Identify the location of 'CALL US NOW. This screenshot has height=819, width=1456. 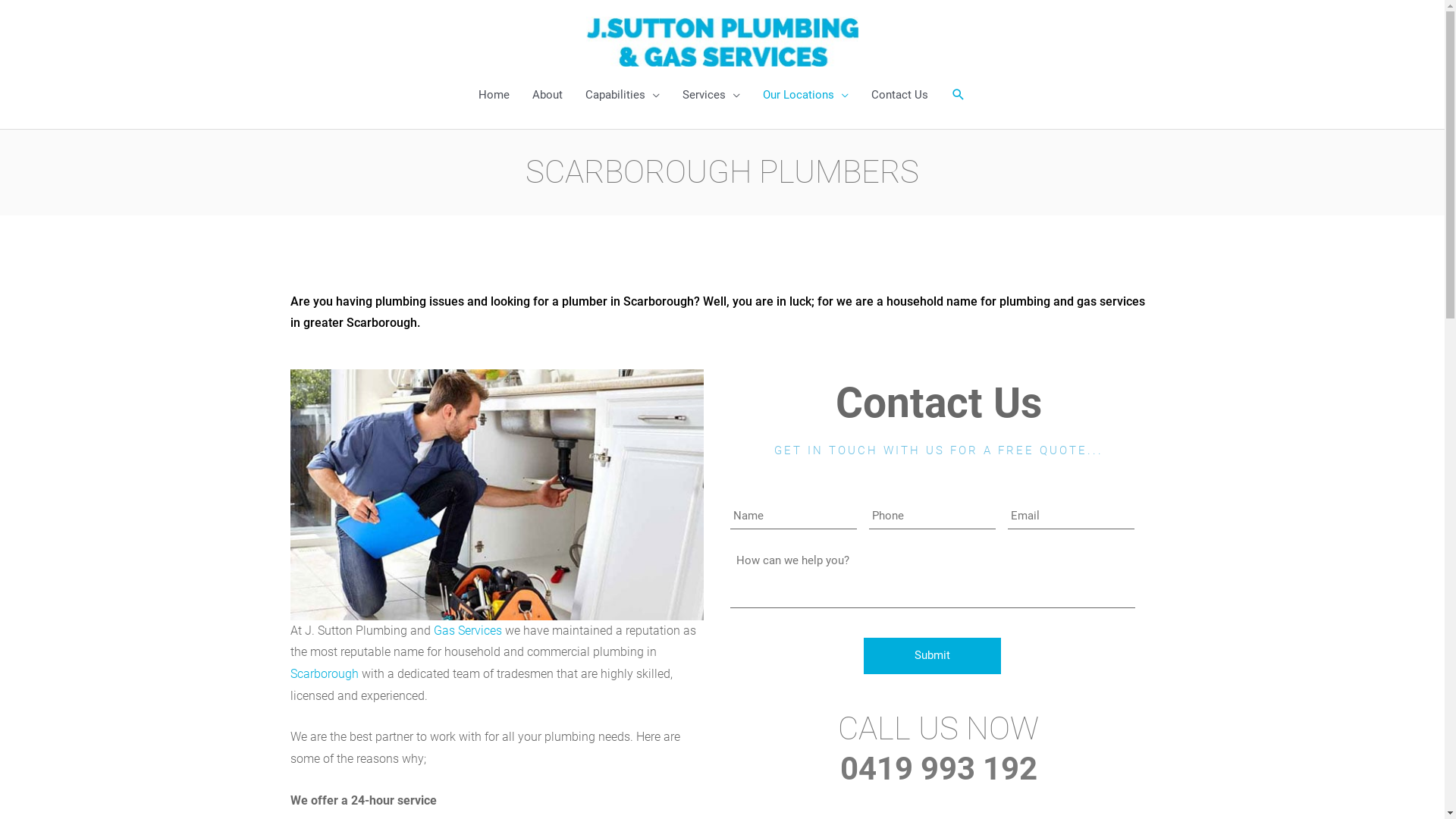
(937, 748).